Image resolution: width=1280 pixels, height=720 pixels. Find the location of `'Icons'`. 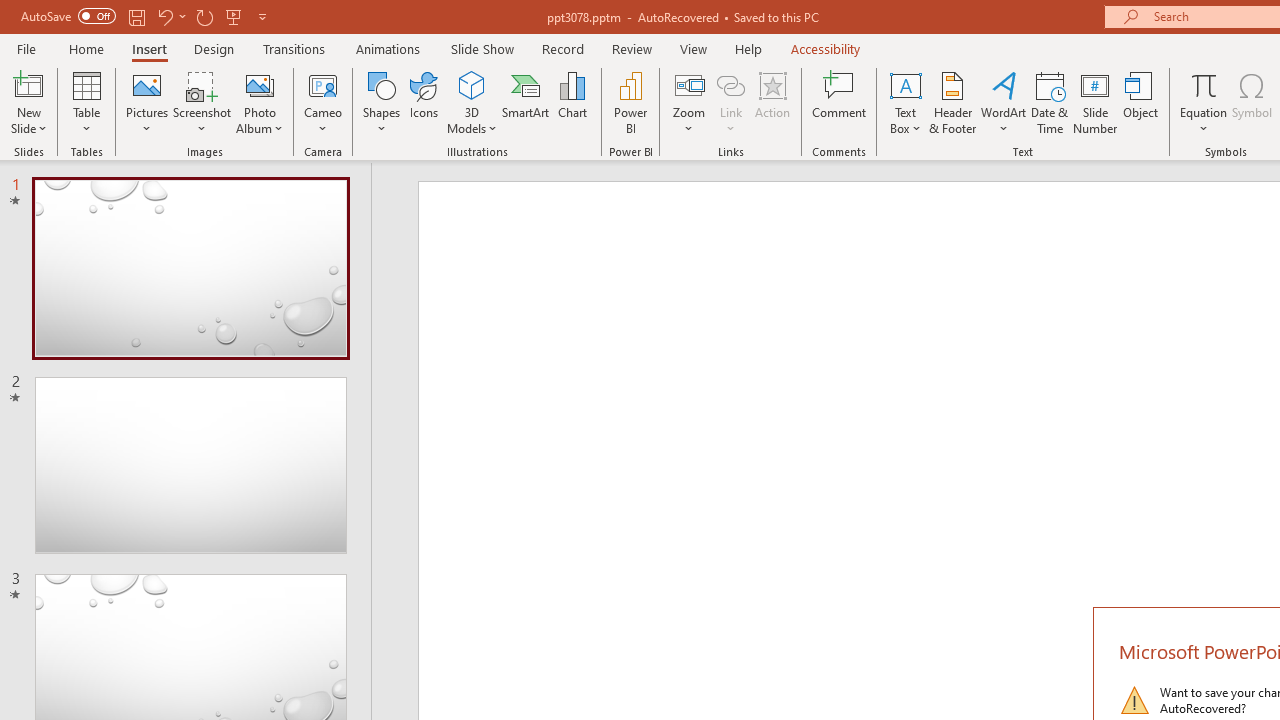

'Icons' is located at coordinates (423, 103).